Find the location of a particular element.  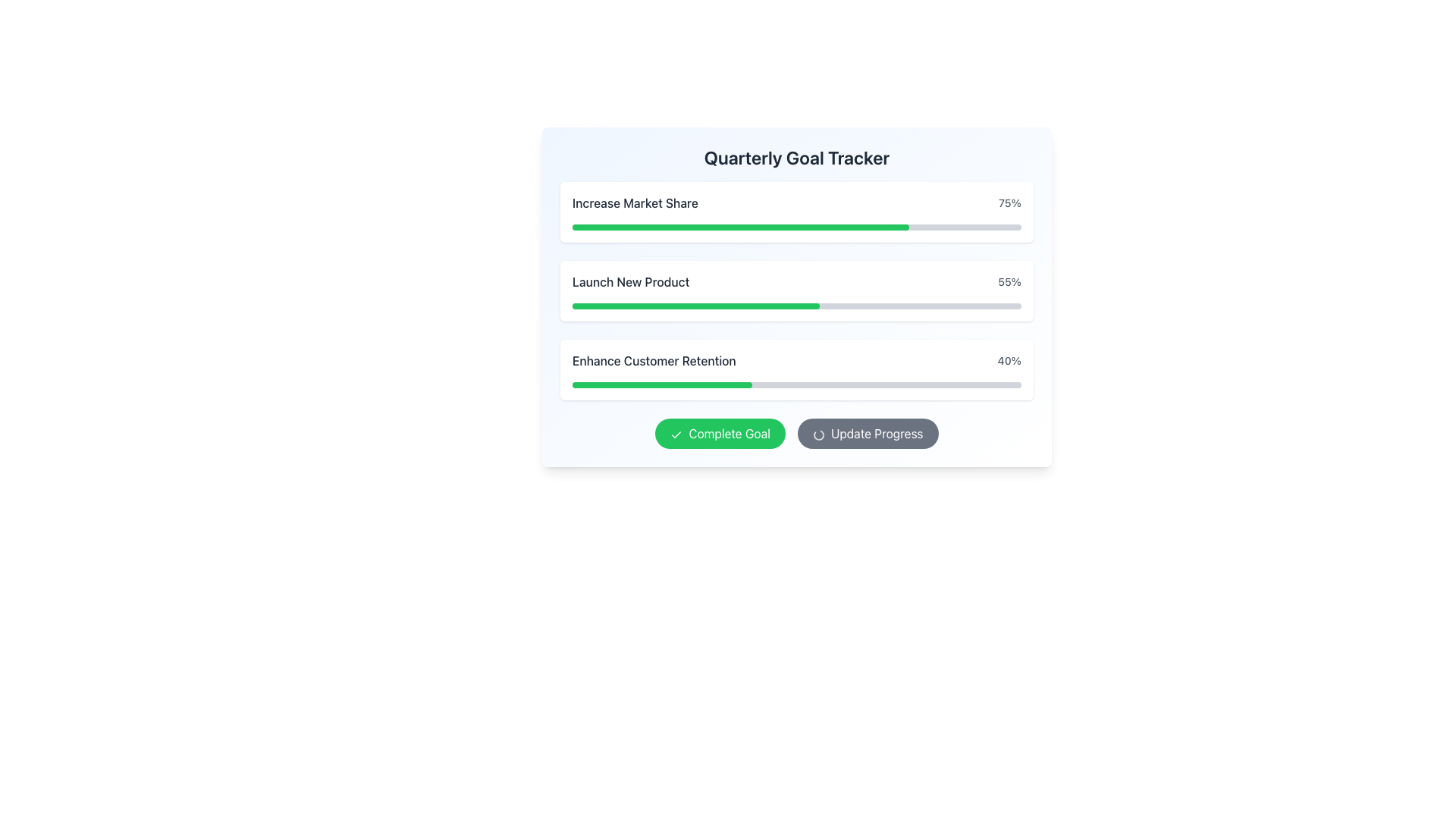

the 'Increase Market Share' text label in the 'Quarterly Goal Tracker' interface, which is located in the top row of the list with a completion percentage of '75%' next to it is located at coordinates (635, 202).